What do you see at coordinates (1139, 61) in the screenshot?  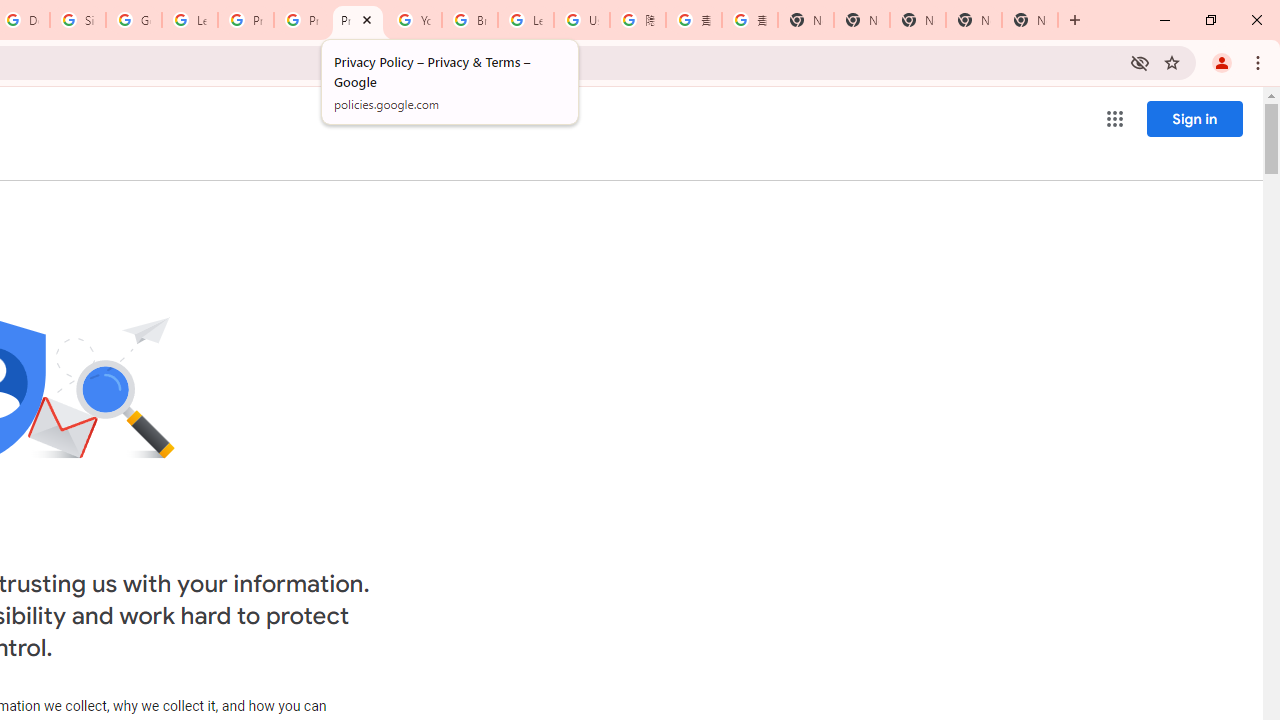 I see `'Third-party cookies blocked'` at bounding box center [1139, 61].